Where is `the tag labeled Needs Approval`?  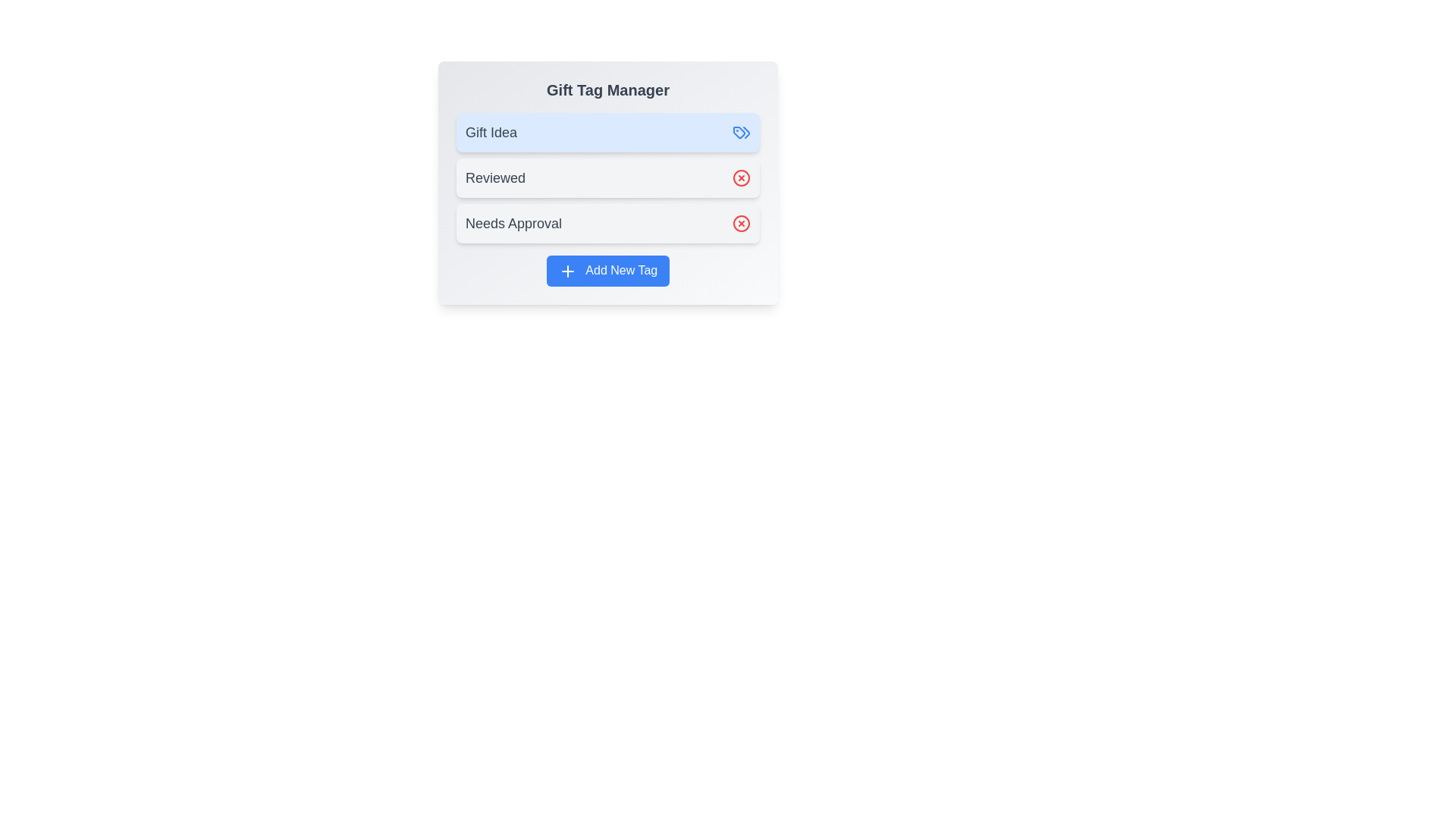
the tag labeled Needs Approval is located at coordinates (607, 223).